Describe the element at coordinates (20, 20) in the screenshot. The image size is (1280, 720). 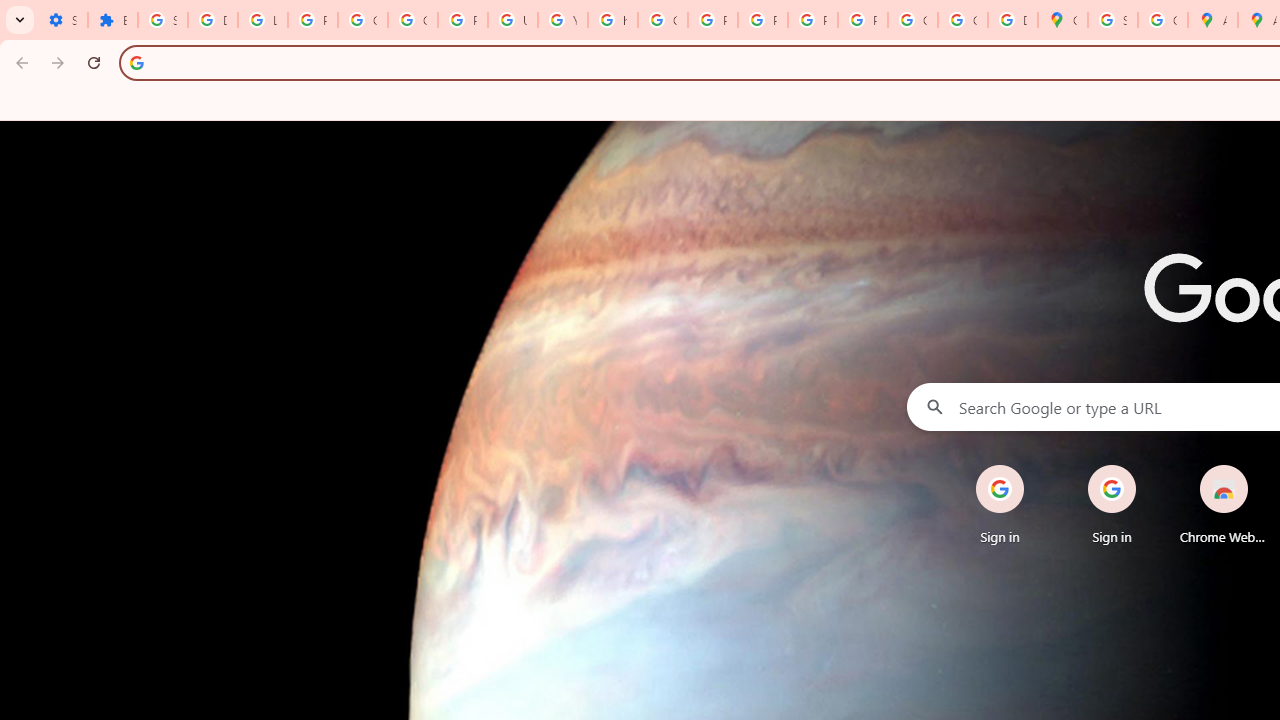
I see `'Search tabs'` at that location.